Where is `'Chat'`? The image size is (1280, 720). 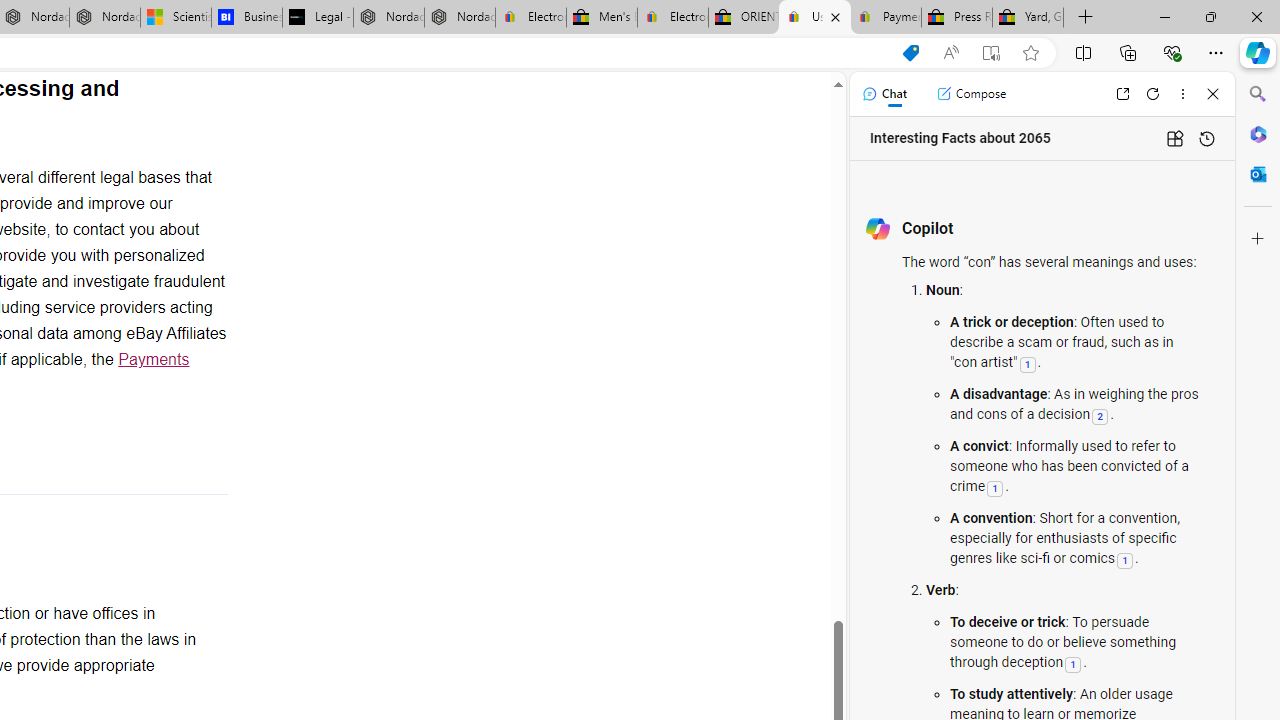 'Chat' is located at coordinates (883, 93).